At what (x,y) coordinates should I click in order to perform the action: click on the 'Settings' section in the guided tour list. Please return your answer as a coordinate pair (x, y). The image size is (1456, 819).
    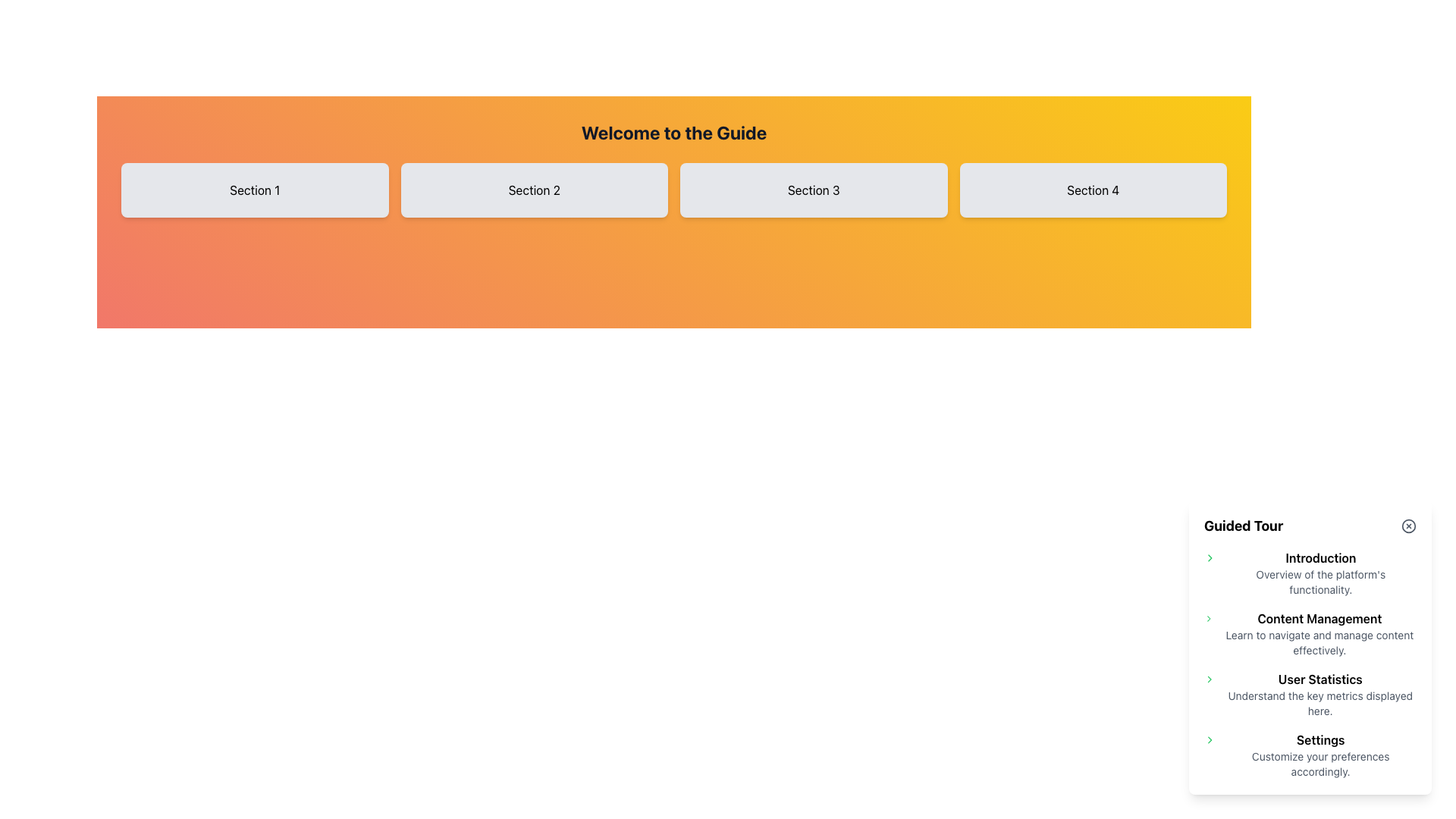
    Looking at the image, I should click on (1310, 755).